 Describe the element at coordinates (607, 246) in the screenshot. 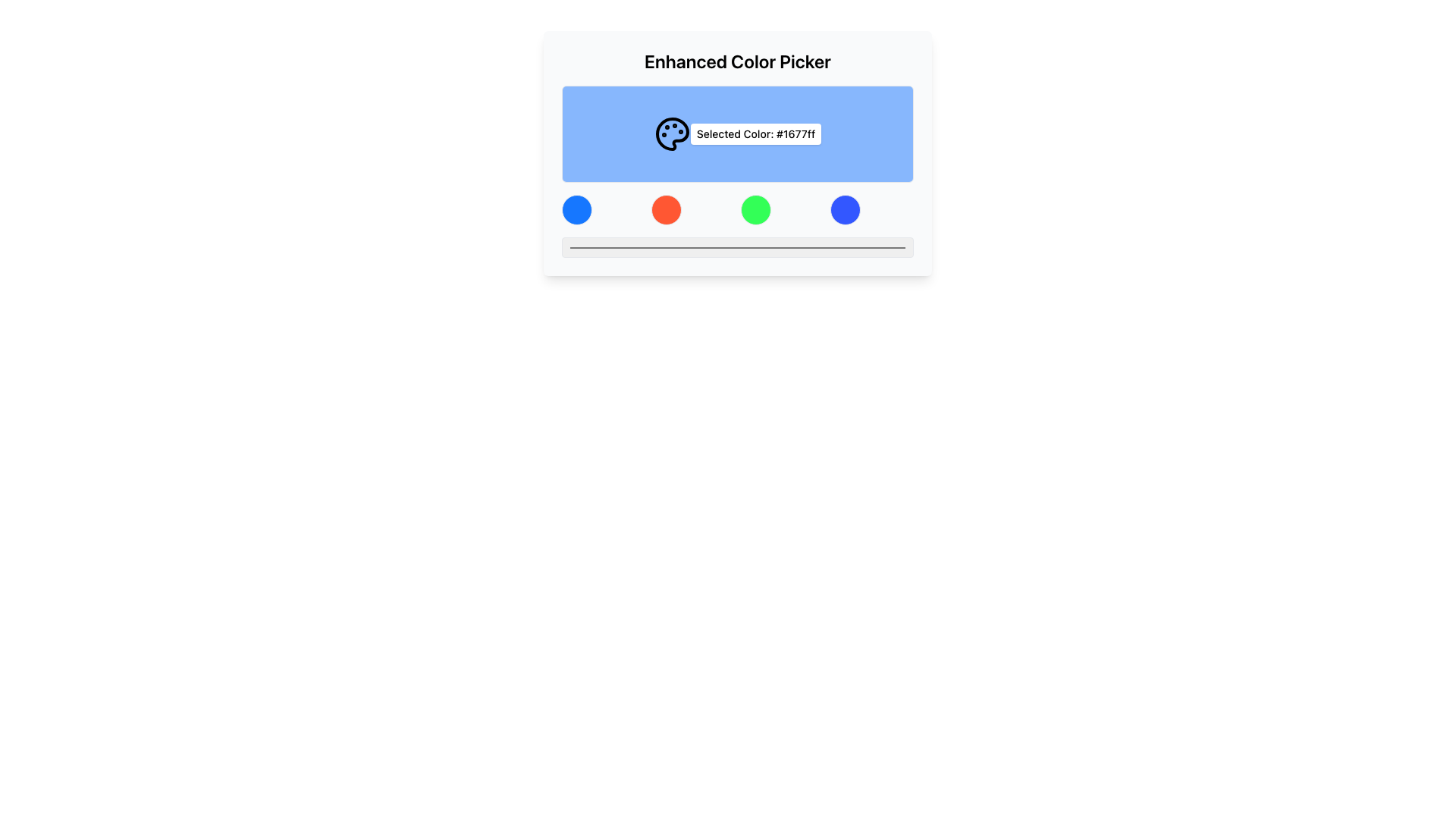

I see `the slider` at that location.